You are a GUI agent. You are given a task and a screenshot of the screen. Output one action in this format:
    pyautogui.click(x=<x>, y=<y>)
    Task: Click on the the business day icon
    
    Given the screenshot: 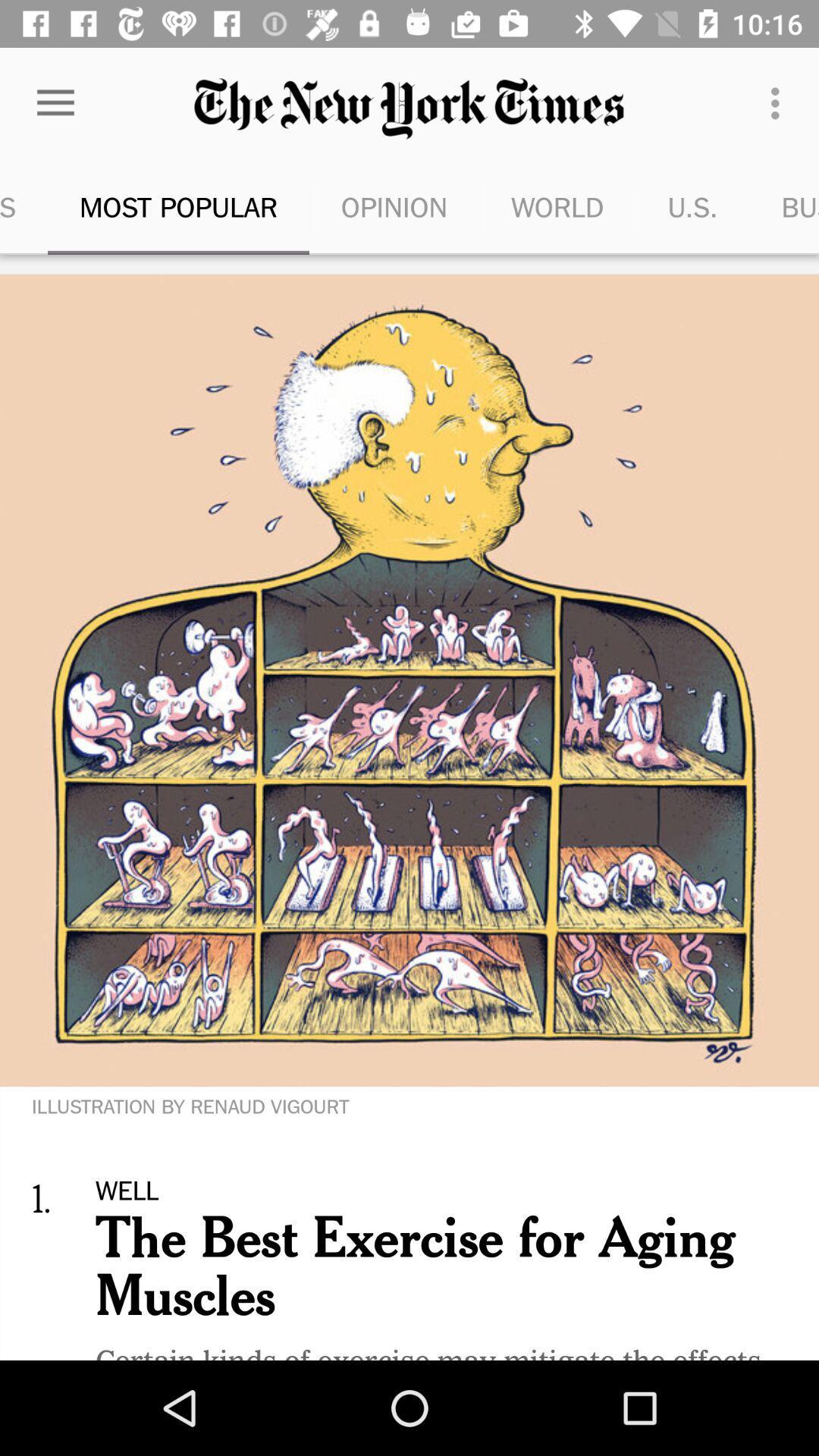 What is the action you would take?
    pyautogui.click(x=784, y=206)
    